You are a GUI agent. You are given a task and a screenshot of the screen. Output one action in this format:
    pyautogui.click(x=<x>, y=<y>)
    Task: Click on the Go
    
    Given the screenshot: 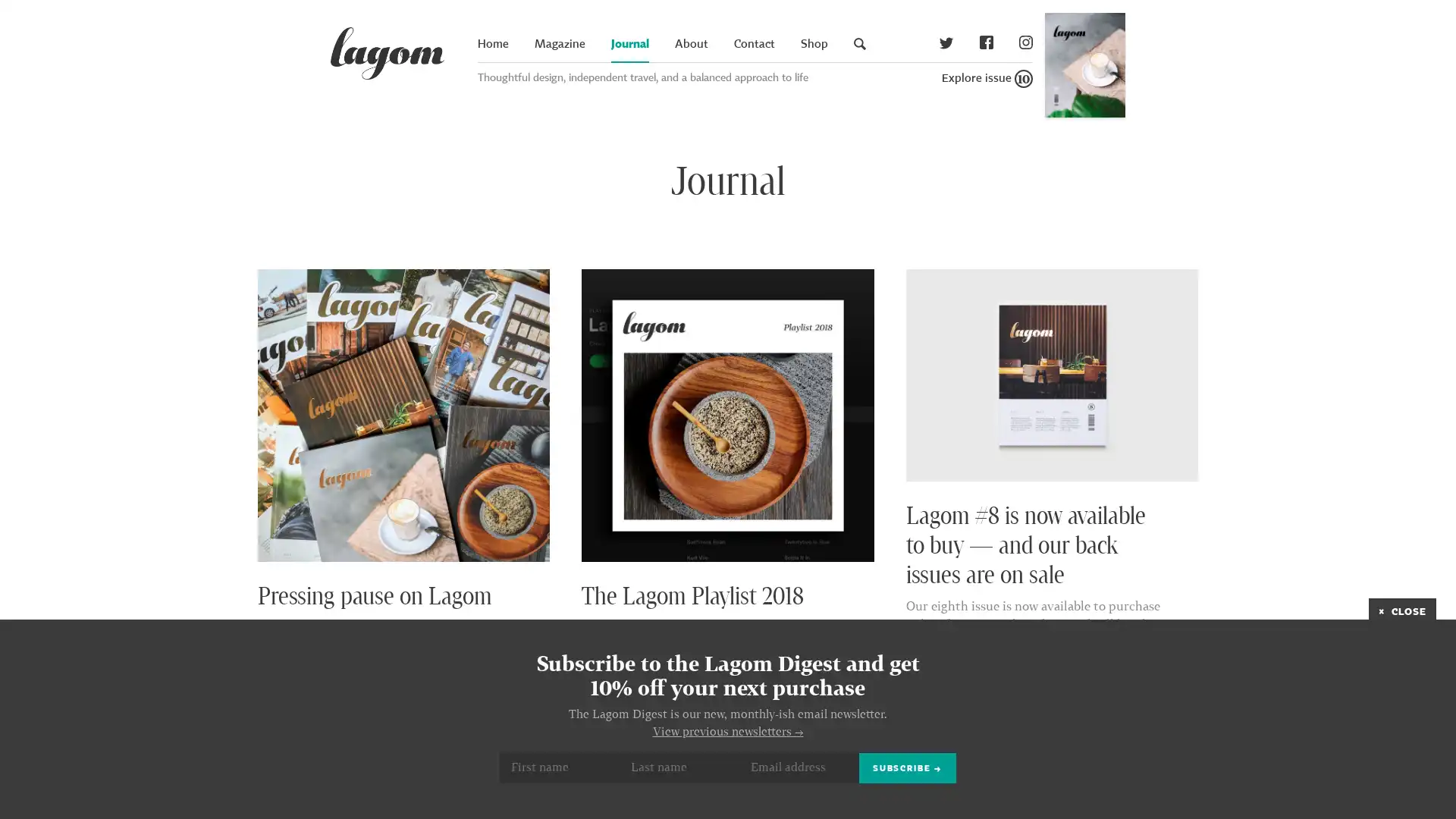 What is the action you would take?
    pyautogui.click(x=1185, y=60)
    